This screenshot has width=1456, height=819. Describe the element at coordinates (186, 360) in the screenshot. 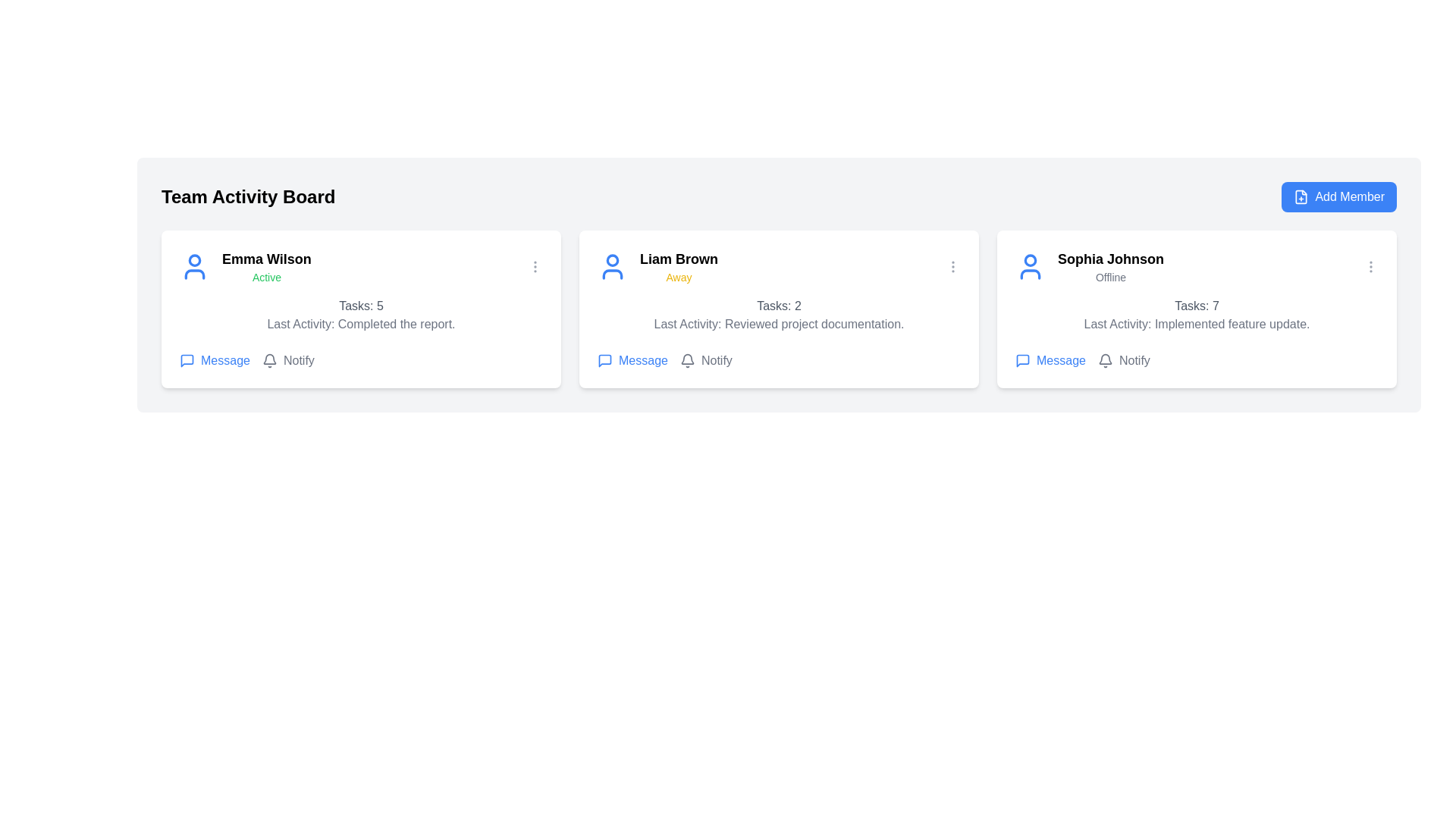

I see `the message icon located to the immediate left of the text label 'Message' in the first card for user 'Emma Wilson' on the Team Activity Board` at that location.